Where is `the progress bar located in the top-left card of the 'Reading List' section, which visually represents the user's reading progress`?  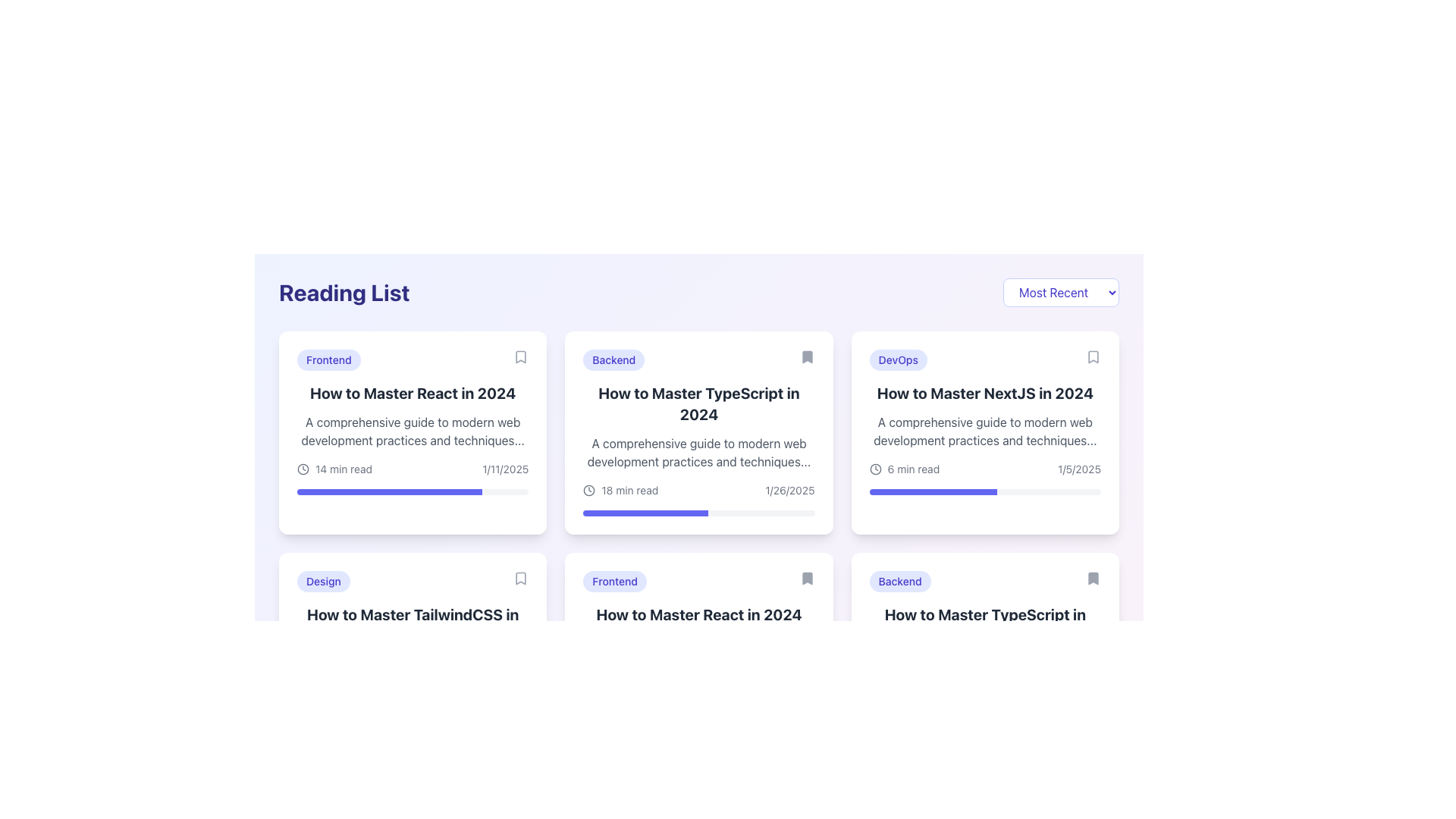
the progress bar located in the top-left card of the 'Reading List' section, which visually represents the user's reading progress is located at coordinates (390, 491).